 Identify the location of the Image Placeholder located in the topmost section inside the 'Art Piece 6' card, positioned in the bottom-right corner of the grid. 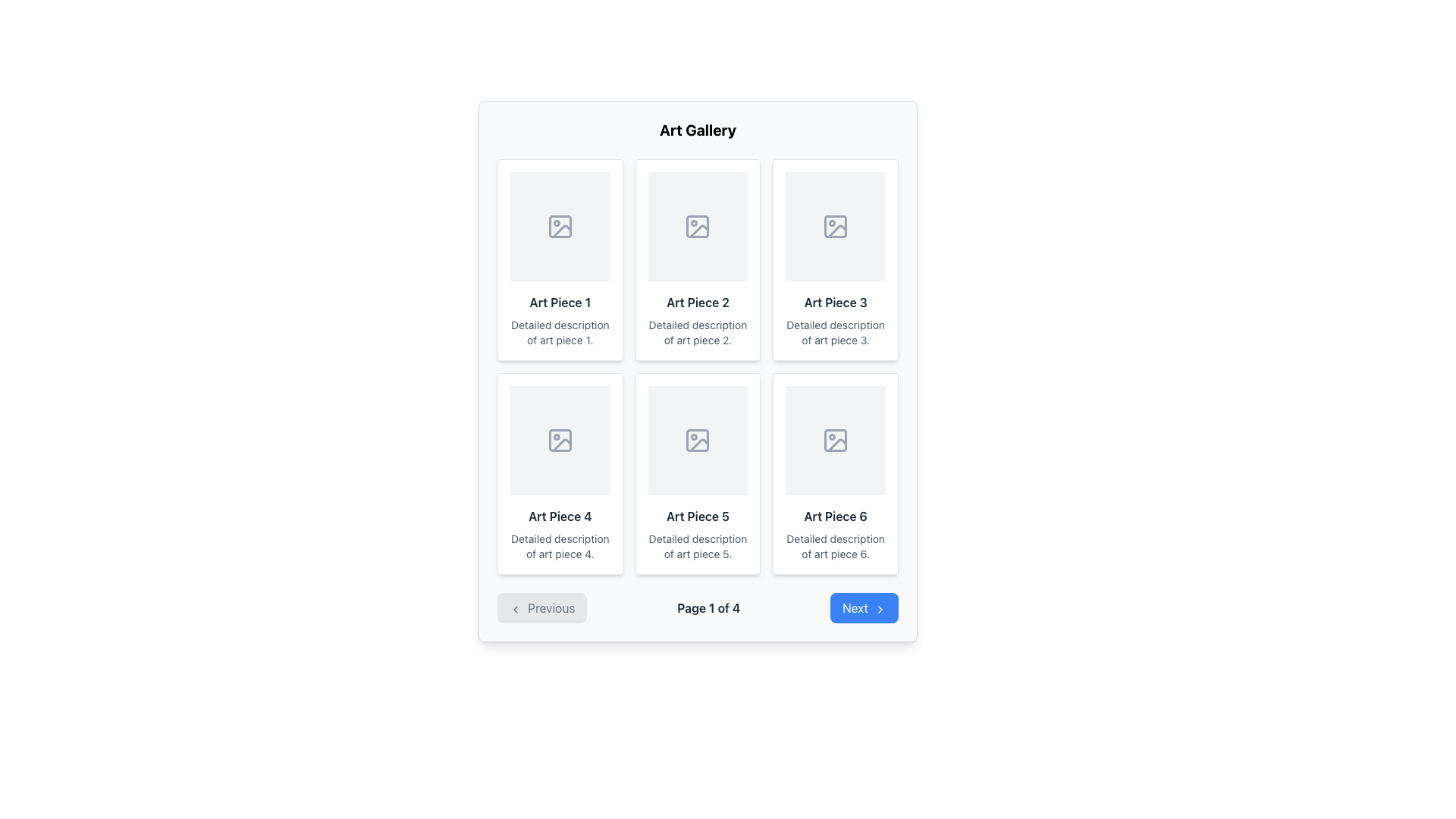
(835, 441).